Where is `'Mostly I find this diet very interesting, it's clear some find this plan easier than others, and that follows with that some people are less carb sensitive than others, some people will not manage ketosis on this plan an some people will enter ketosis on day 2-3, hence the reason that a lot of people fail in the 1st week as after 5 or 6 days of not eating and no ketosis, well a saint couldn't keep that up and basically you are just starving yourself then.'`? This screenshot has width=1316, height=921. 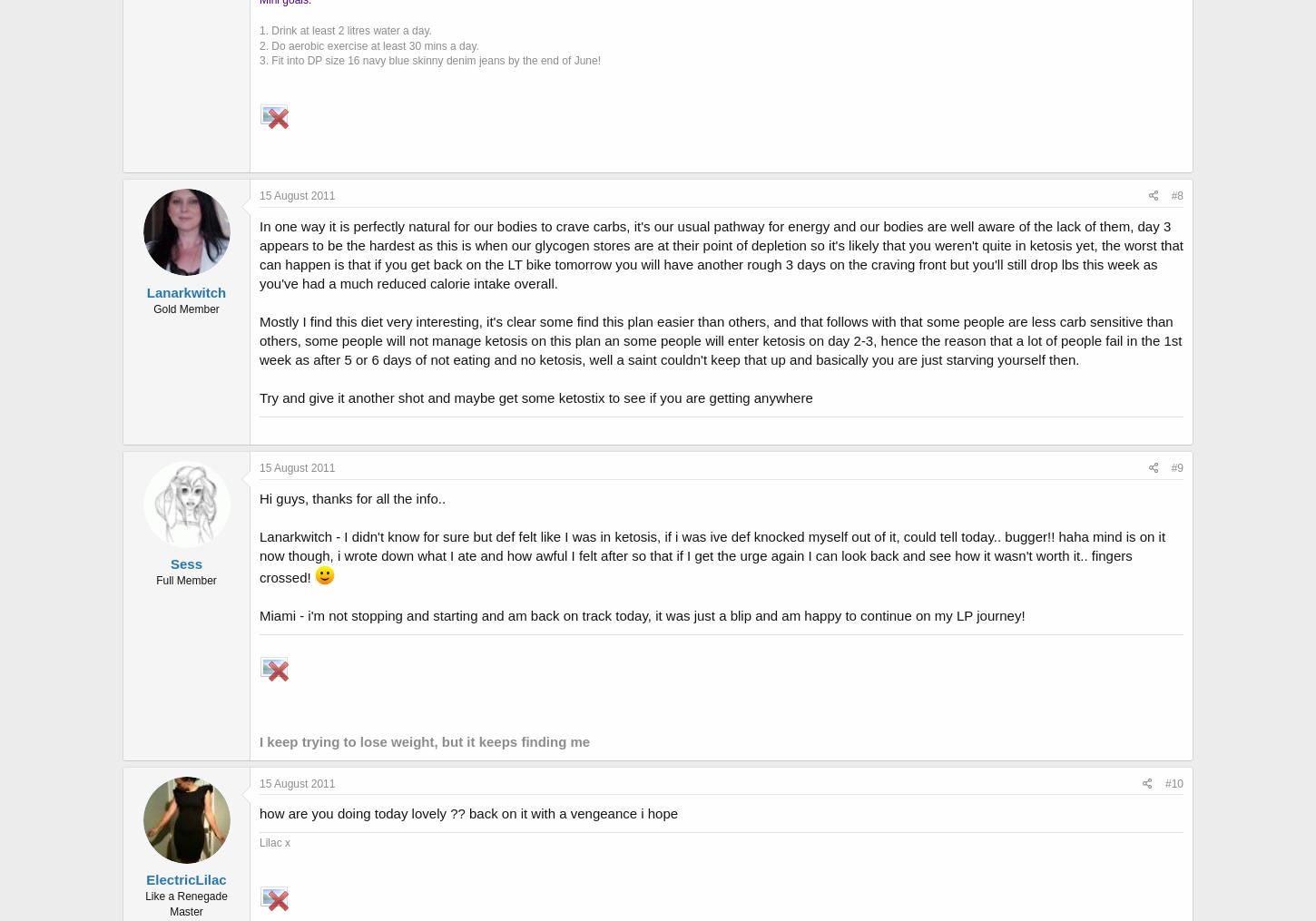
'Mostly I find this diet very interesting, it's clear some find this plan easier than others, and that follows with that some people are less carb sensitive than others, some people will not manage ketosis on this plan an some people will enter ketosis on day 2-3, hence the reason that a lot of people fail in the 1st week as after 5 or 6 days of not eating and no ketosis, well a saint couldn't keep that up and basically you are just starving yourself then.' is located at coordinates (721, 340).